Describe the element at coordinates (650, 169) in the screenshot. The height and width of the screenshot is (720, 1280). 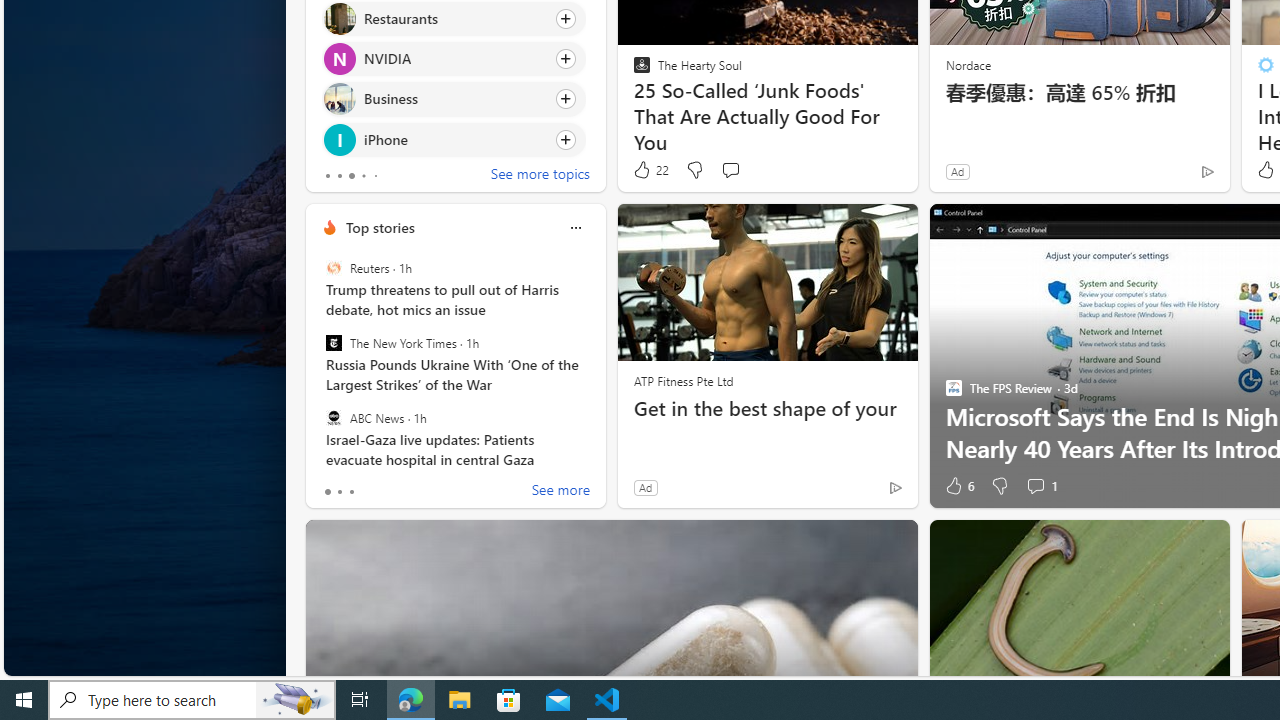
I see `'22 Like'` at that location.